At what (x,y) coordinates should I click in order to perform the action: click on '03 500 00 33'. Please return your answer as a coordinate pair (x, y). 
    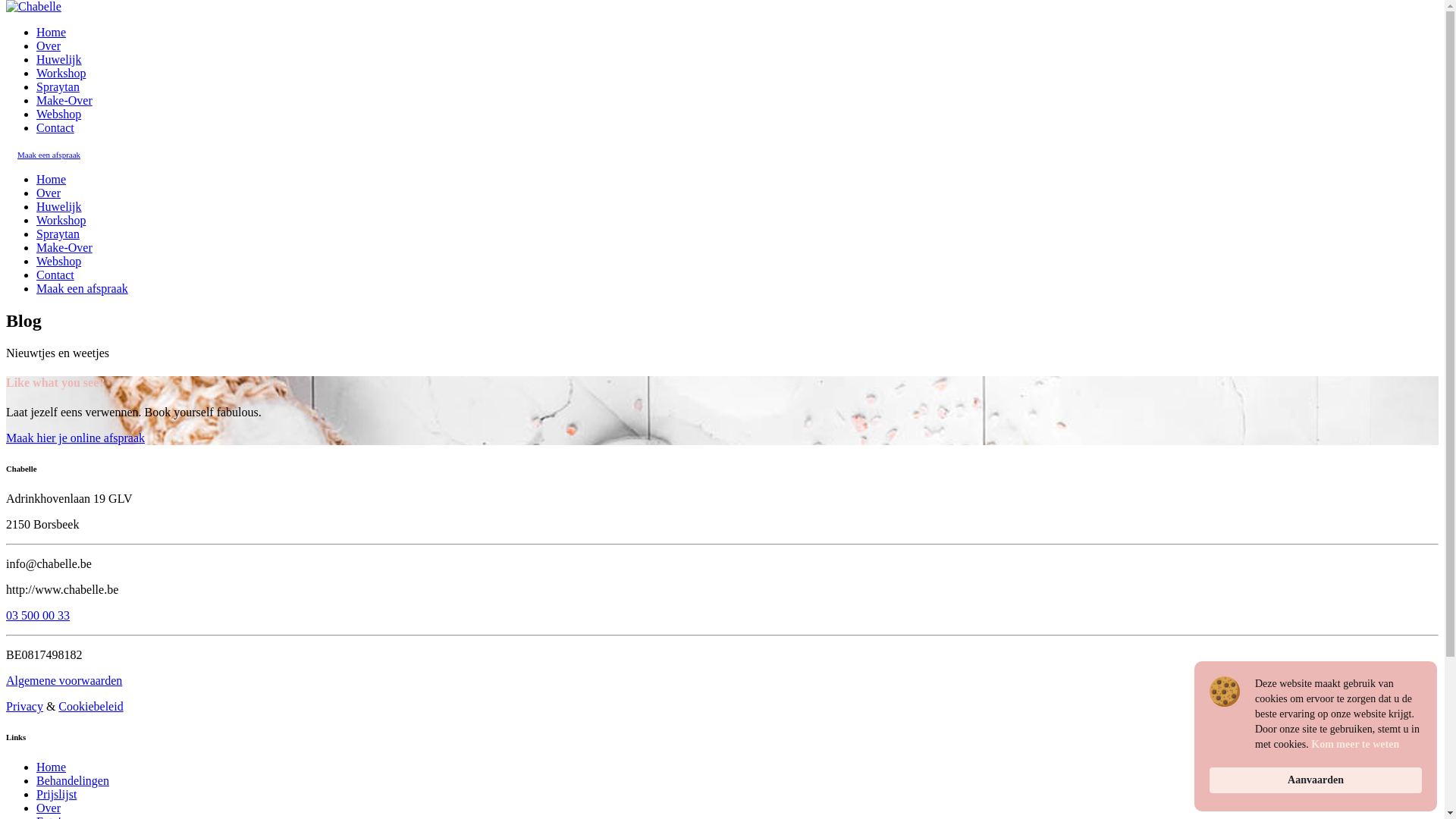
    Looking at the image, I should click on (6, 615).